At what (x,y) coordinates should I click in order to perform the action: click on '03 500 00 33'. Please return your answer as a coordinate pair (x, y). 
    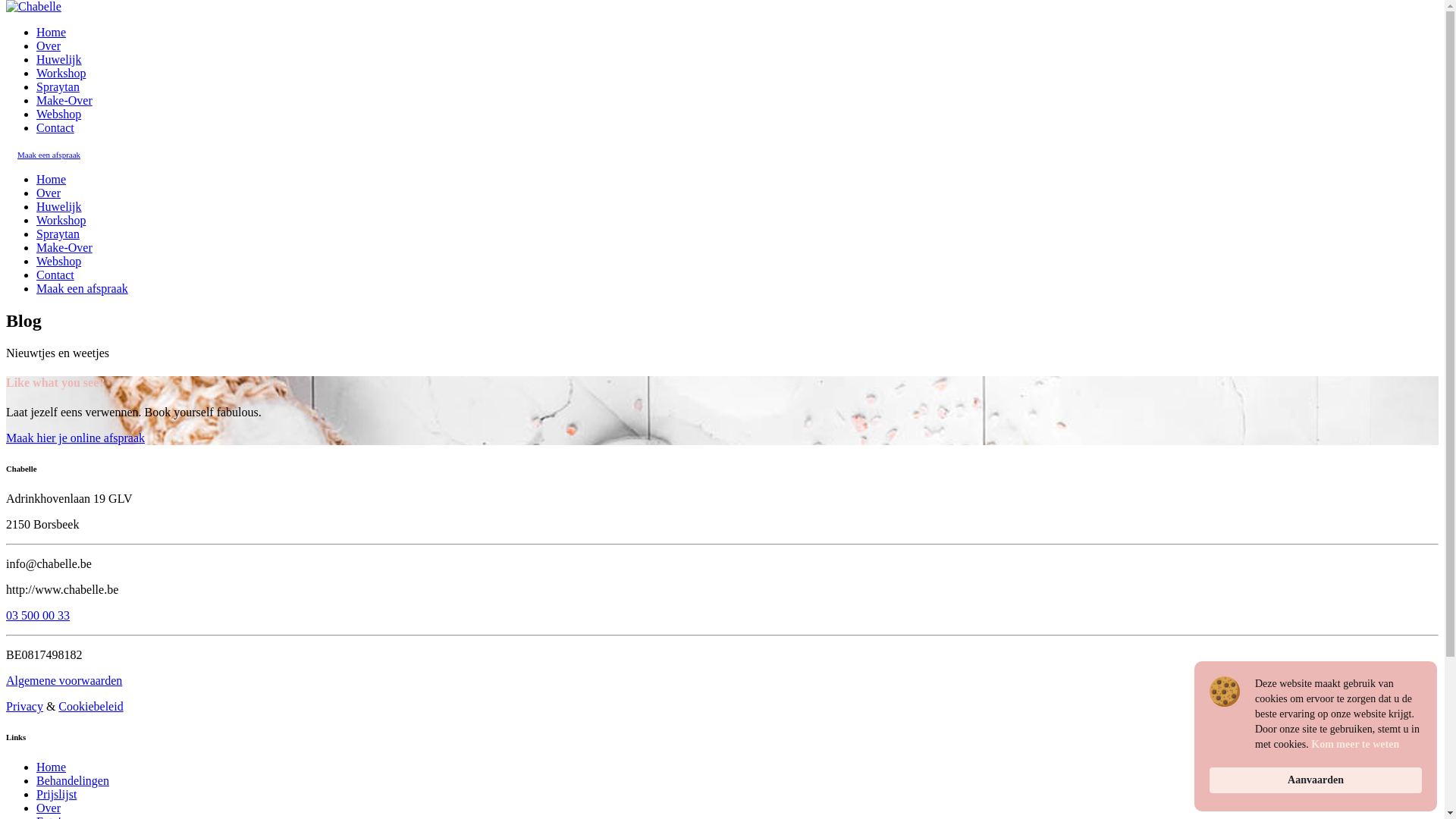
    Looking at the image, I should click on (6, 615).